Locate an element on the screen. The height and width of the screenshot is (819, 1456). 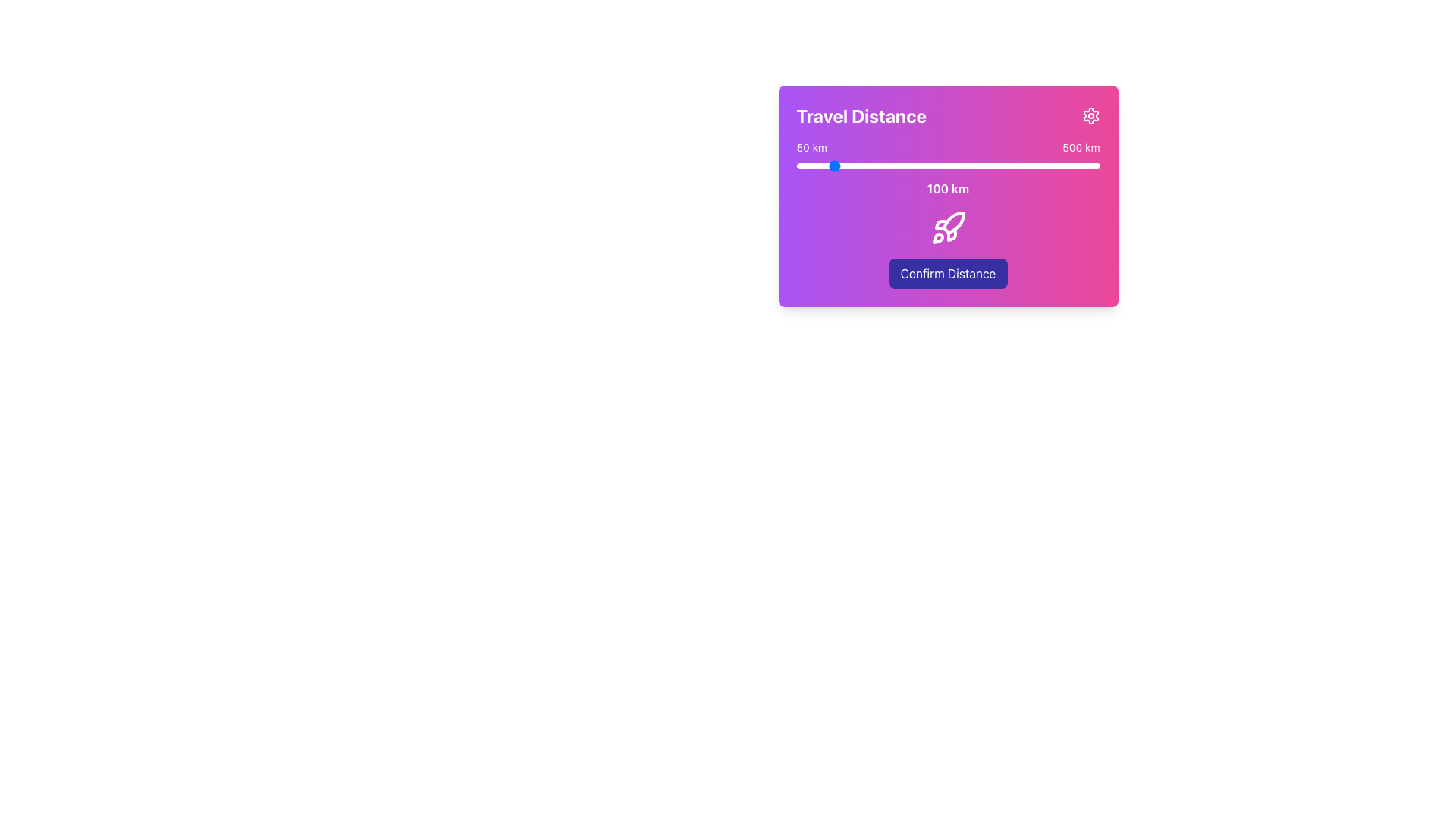
the static text label indicating 'Travel Distance', which serves as a header for the section is located at coordinates (861, 115).